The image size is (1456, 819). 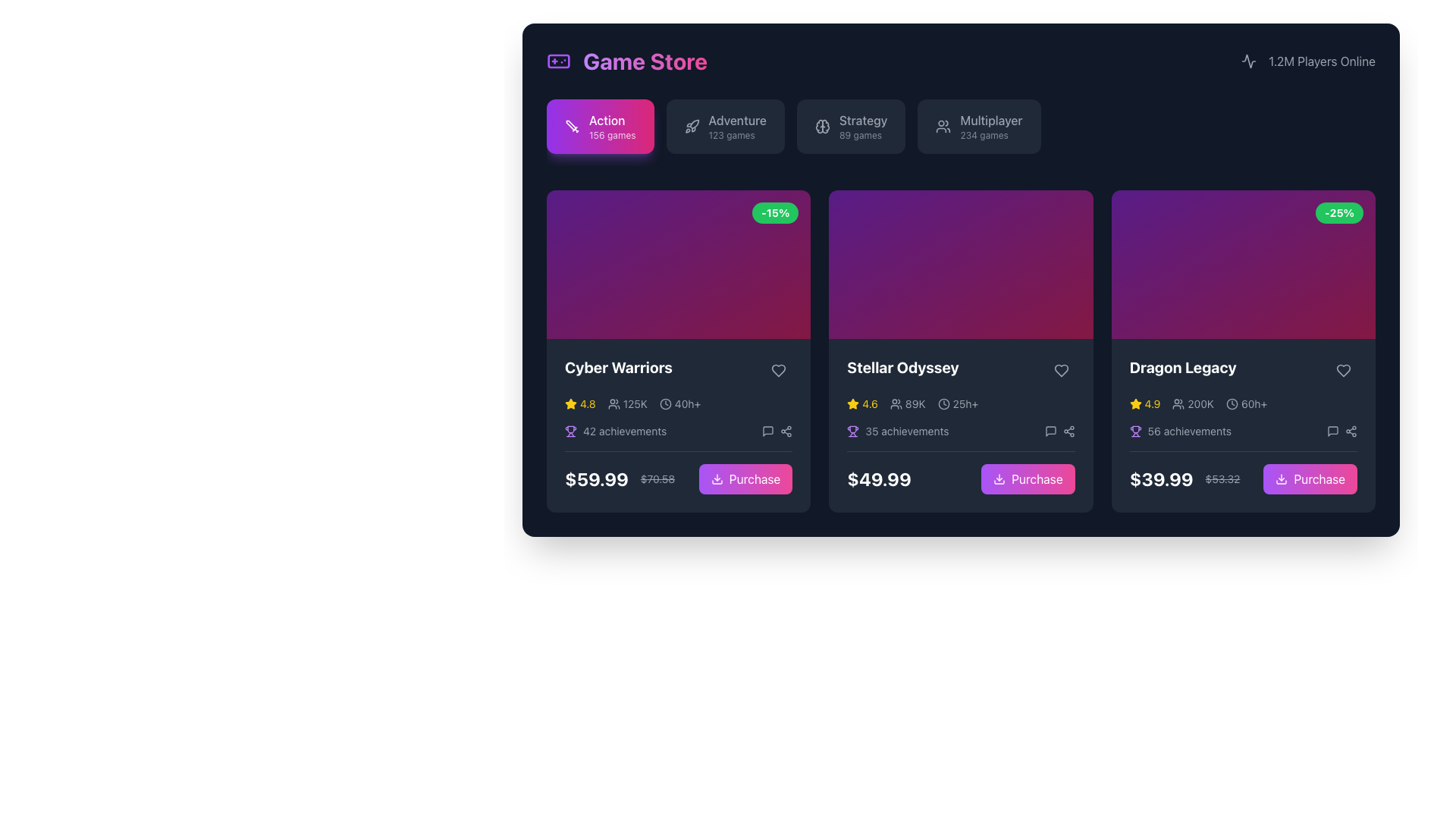 I want to click on the price label of the 'Stellar Odyssey' game, which is located in the bottom section of the game card, directly to the left of the 'Purchase' button, so click(x=879, y=479).